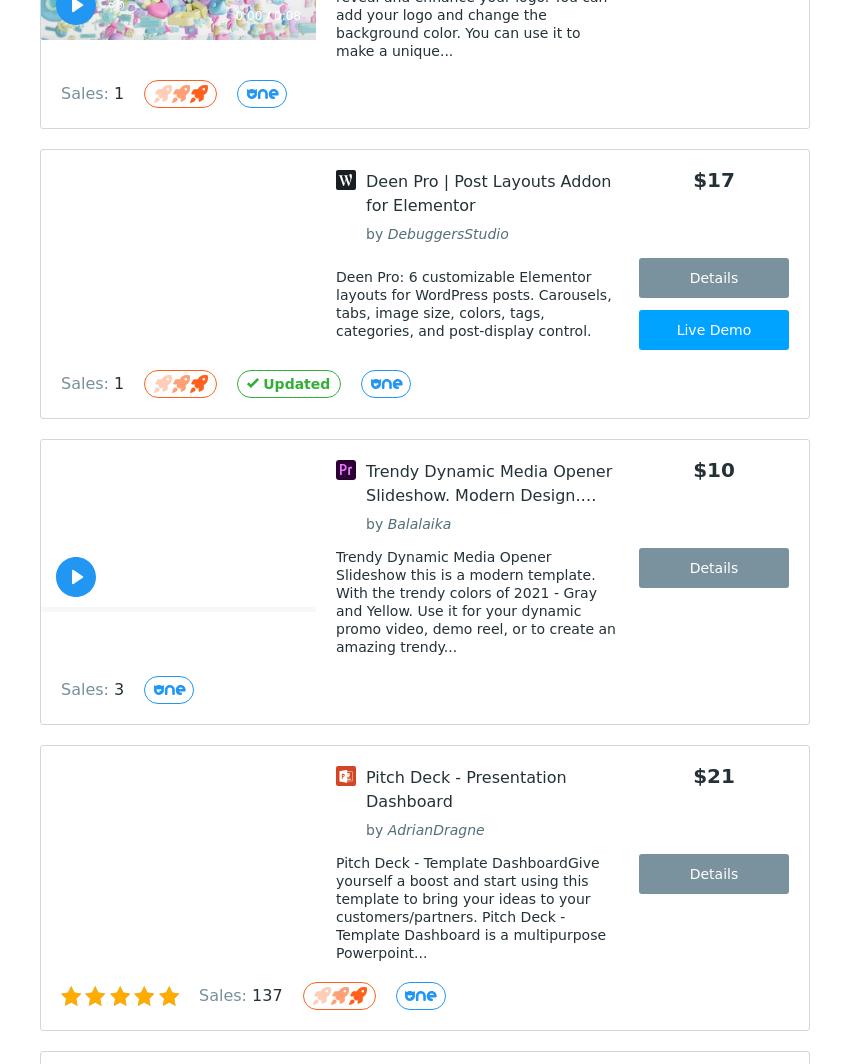  Describe the element at coordinates (464, 789) in the screenshot. I see `'Pitch Deck - Presentation Dashboard'` at that location.